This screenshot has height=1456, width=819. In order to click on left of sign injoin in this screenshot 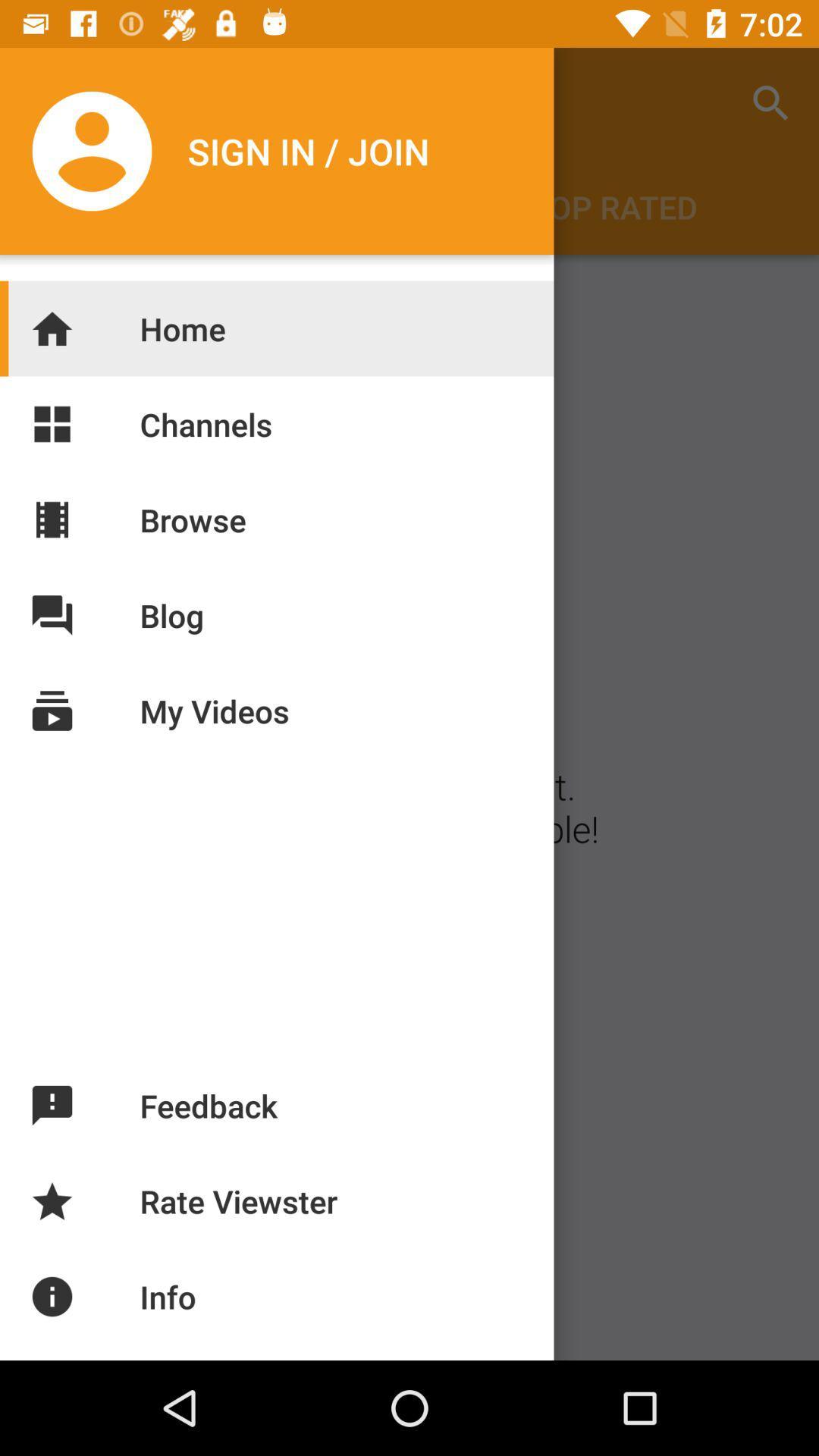, I will do `click(96, 151)`.